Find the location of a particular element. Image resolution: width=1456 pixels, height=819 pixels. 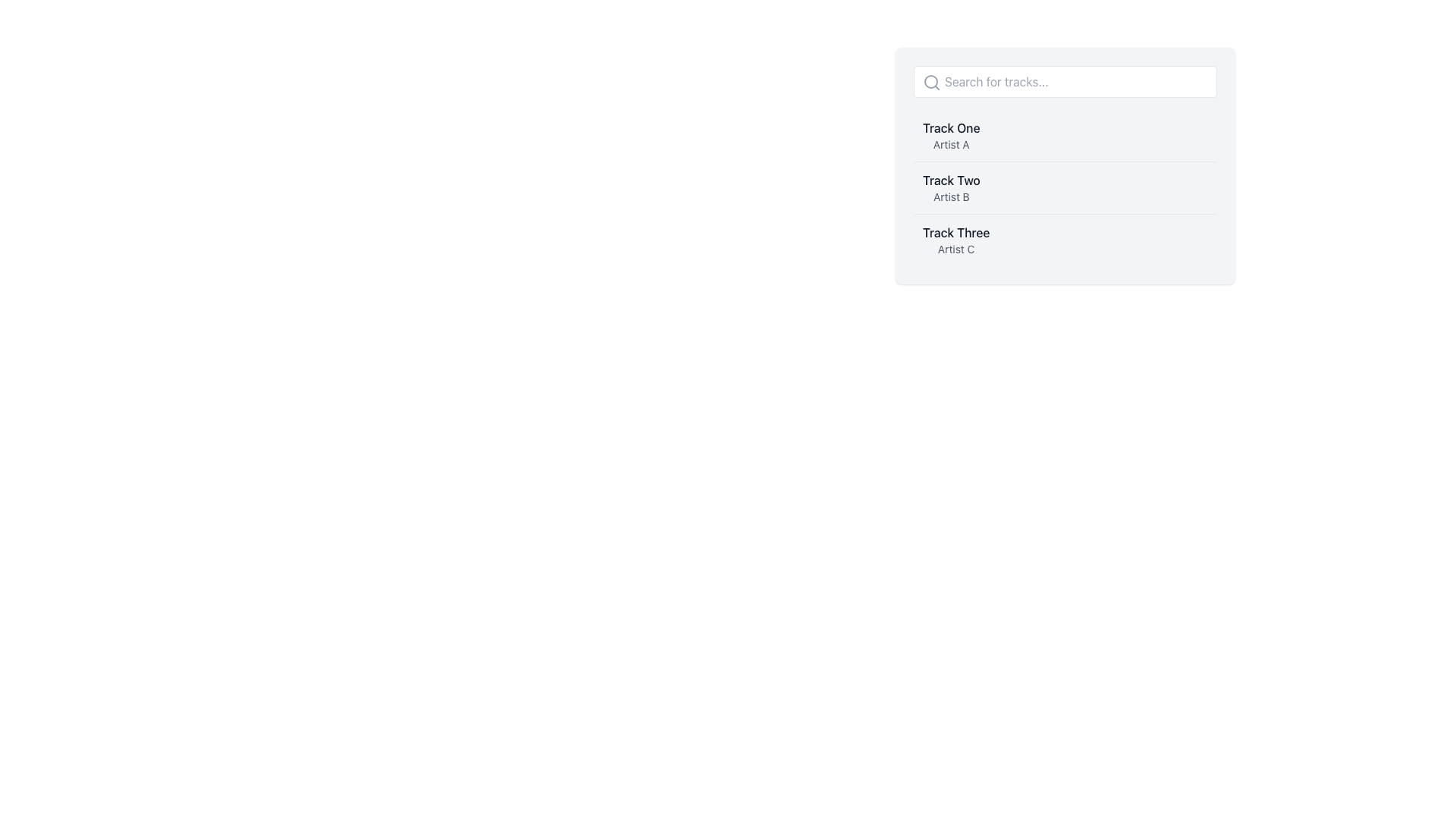

the list item displaying 'Track Three' and 'Artist C' is located at coordinates (955, 239).